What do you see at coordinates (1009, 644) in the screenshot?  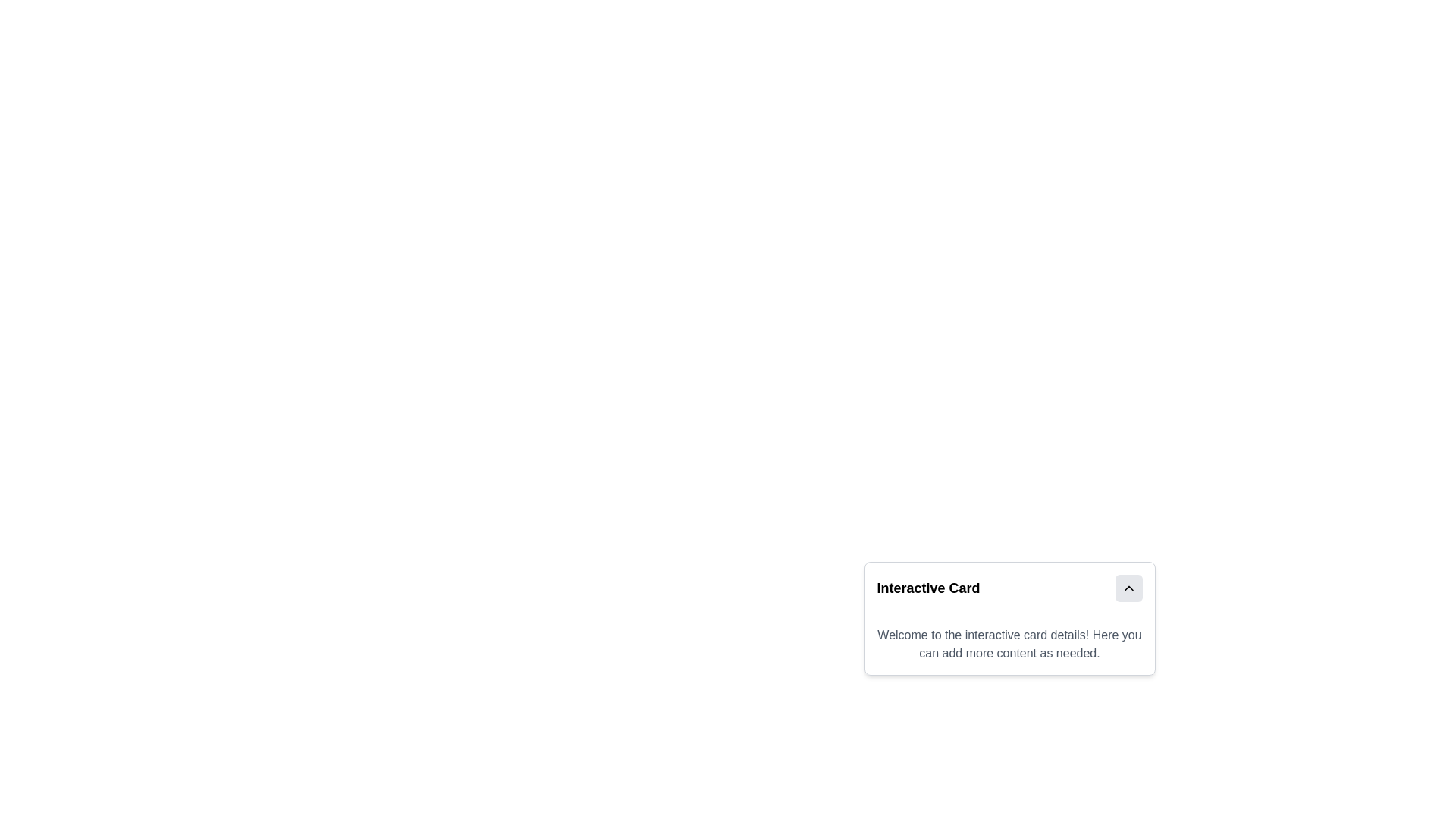 I see `the informational text block within the interactive card component, located beneath the header 'Interactive Card'` at bounding box center [1009, 644].